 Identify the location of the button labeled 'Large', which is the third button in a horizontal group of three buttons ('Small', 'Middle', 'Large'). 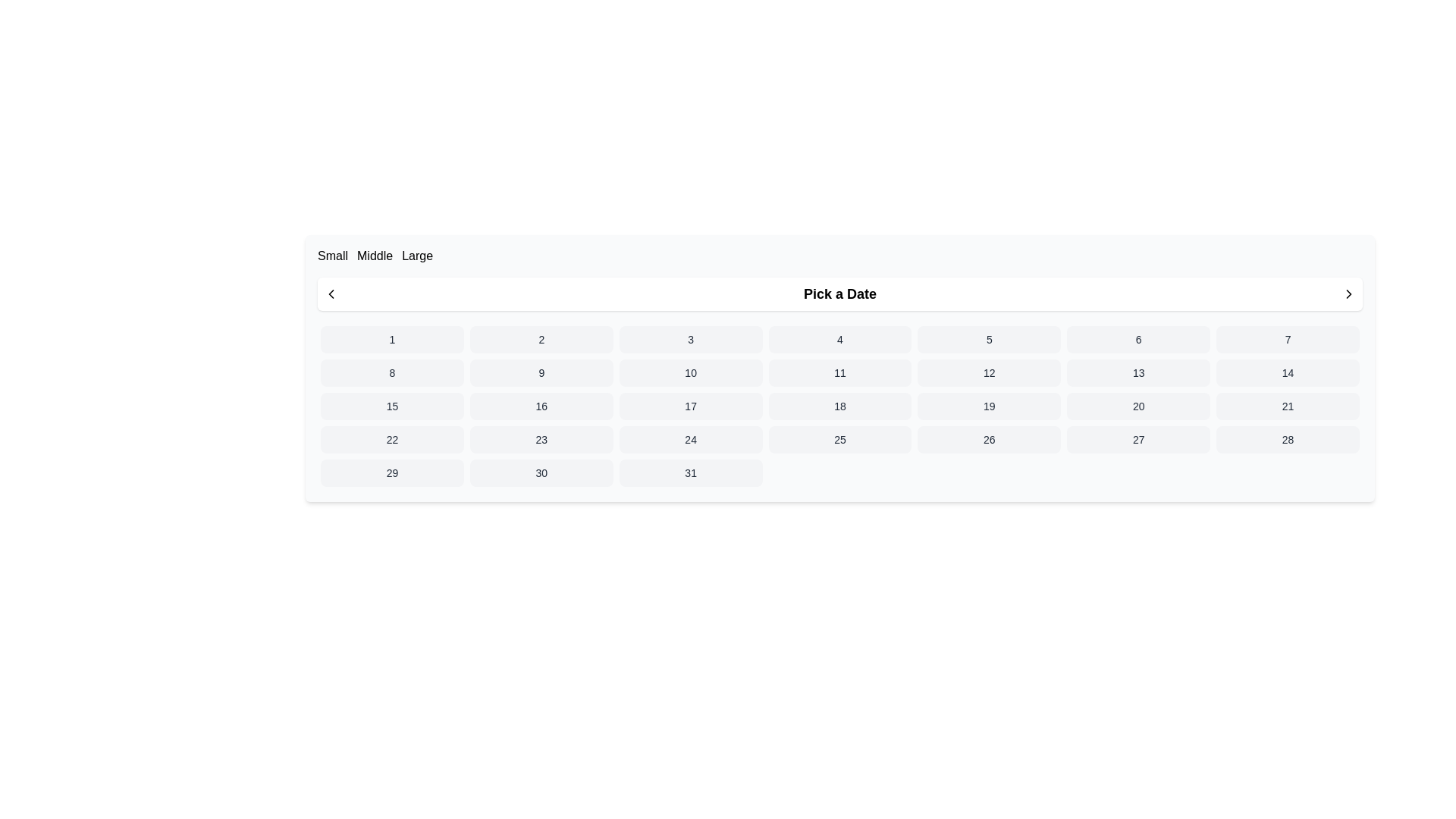
(417, 256).